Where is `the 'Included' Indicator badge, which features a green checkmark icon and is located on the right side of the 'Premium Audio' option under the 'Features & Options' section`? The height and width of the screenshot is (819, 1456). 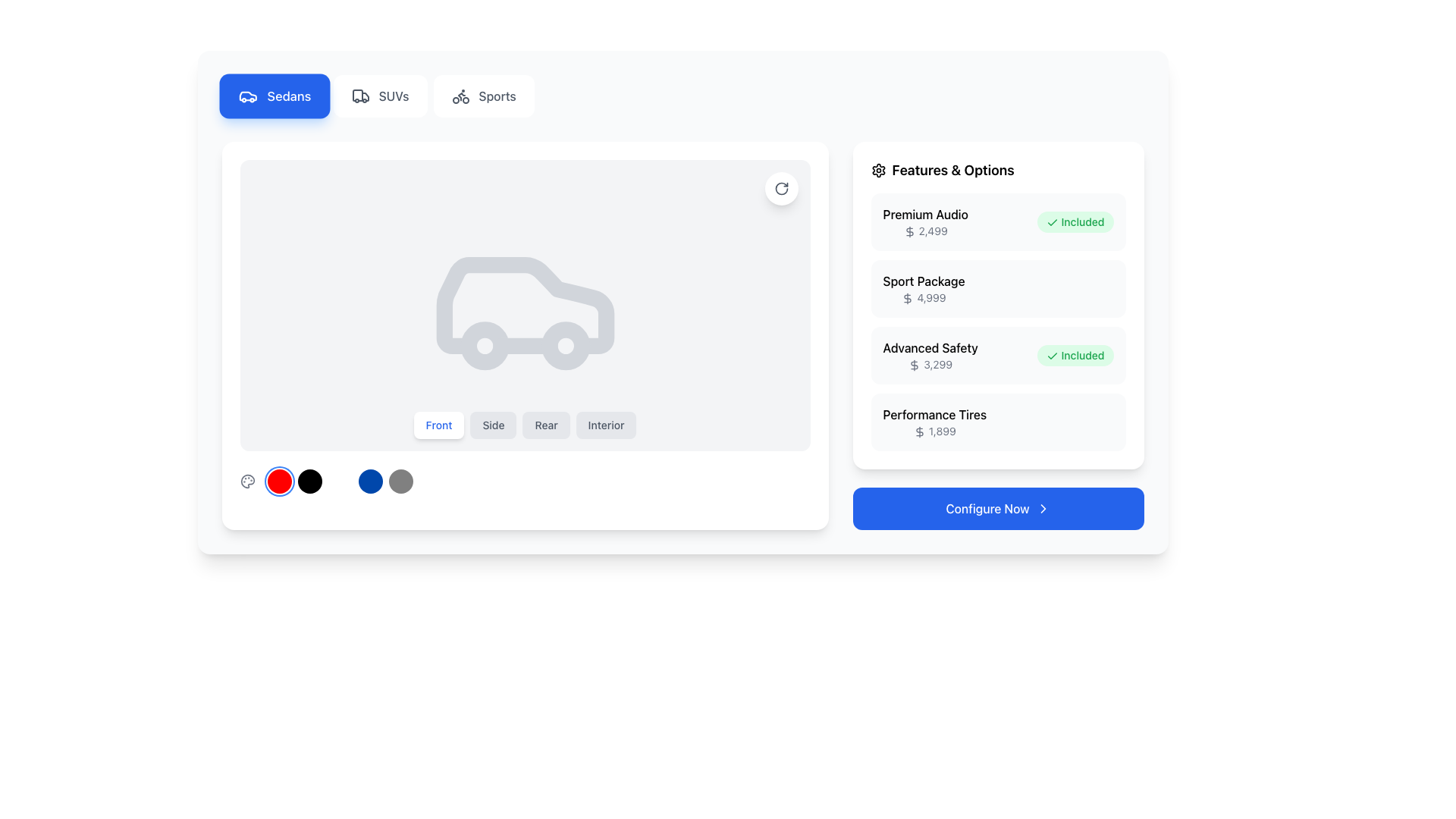
the 'Included' Indicator badge, which features a green checkmark icon and is located on the right side of the 'Premium Audio' option under the 'Features & Options' section is located at coordinates (1075, 222).